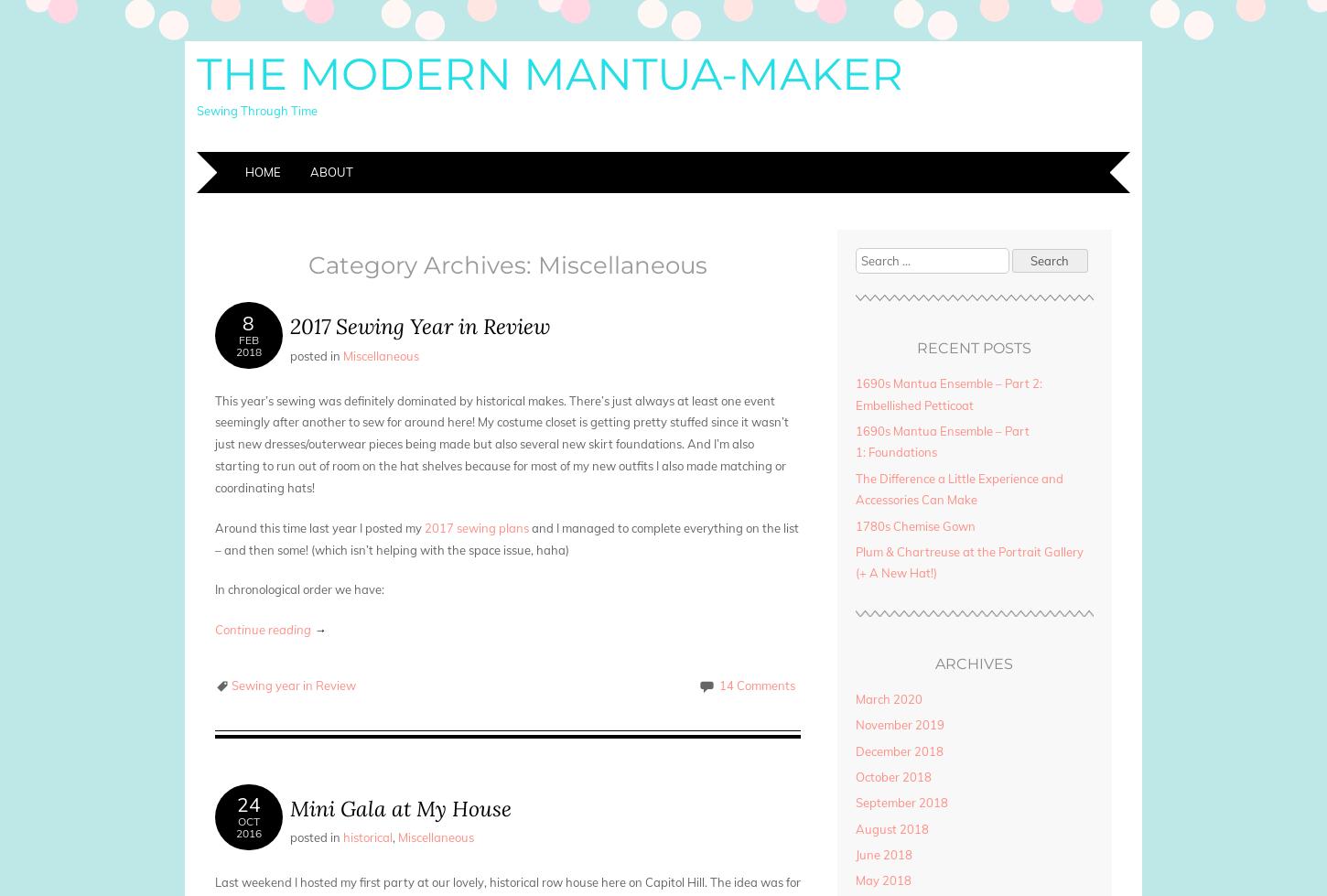 This screenshot has width=1327, height=896. Describe the element at coordinates (248, 832) in the screenshot. I see `'2016'` at that location.